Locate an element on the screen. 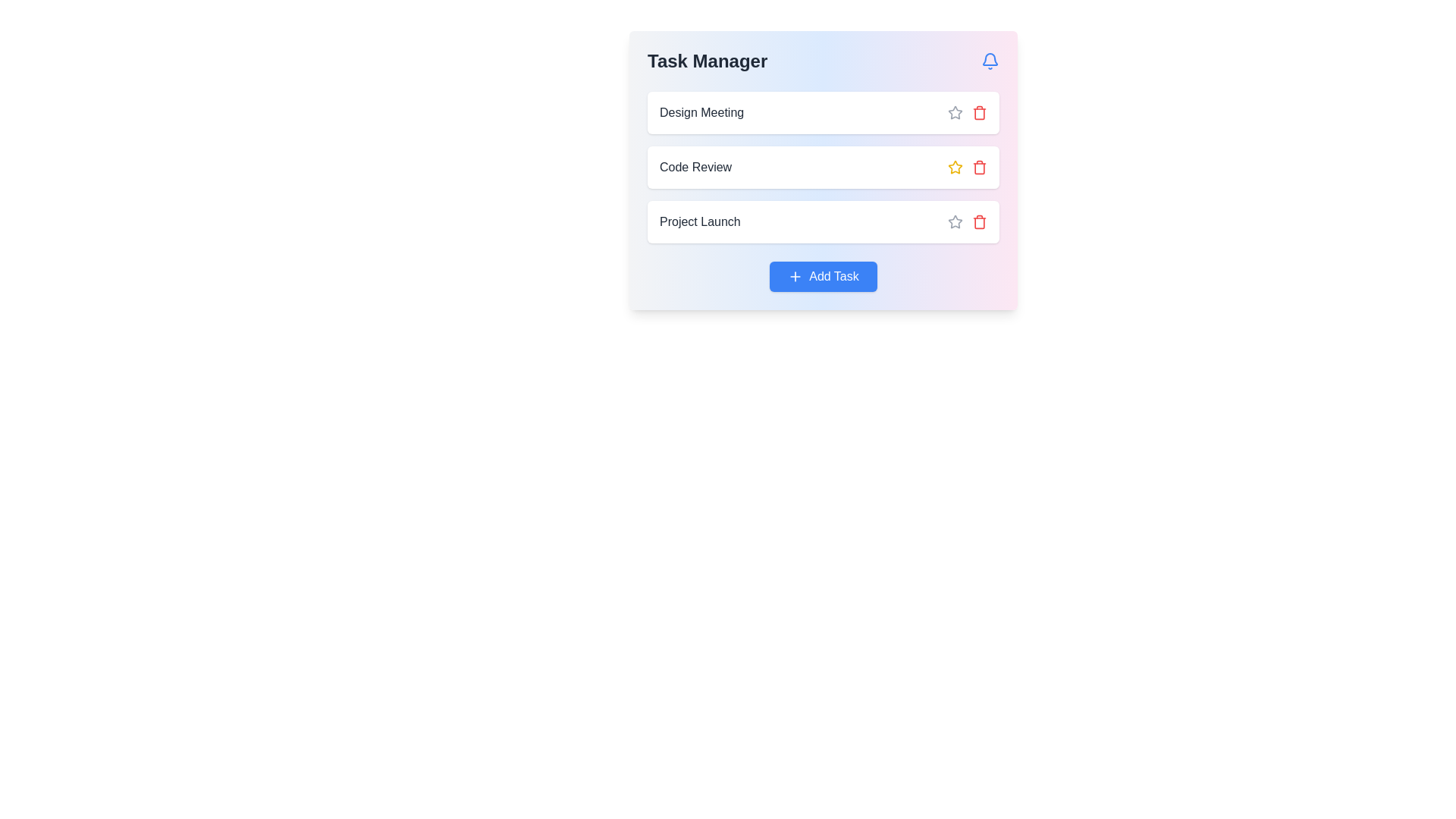 This screenshot has width=1456, height=819. the bell-shaped graphical icon located at the upper-right corner of the task manager interface is located at coordinates (990, 58).